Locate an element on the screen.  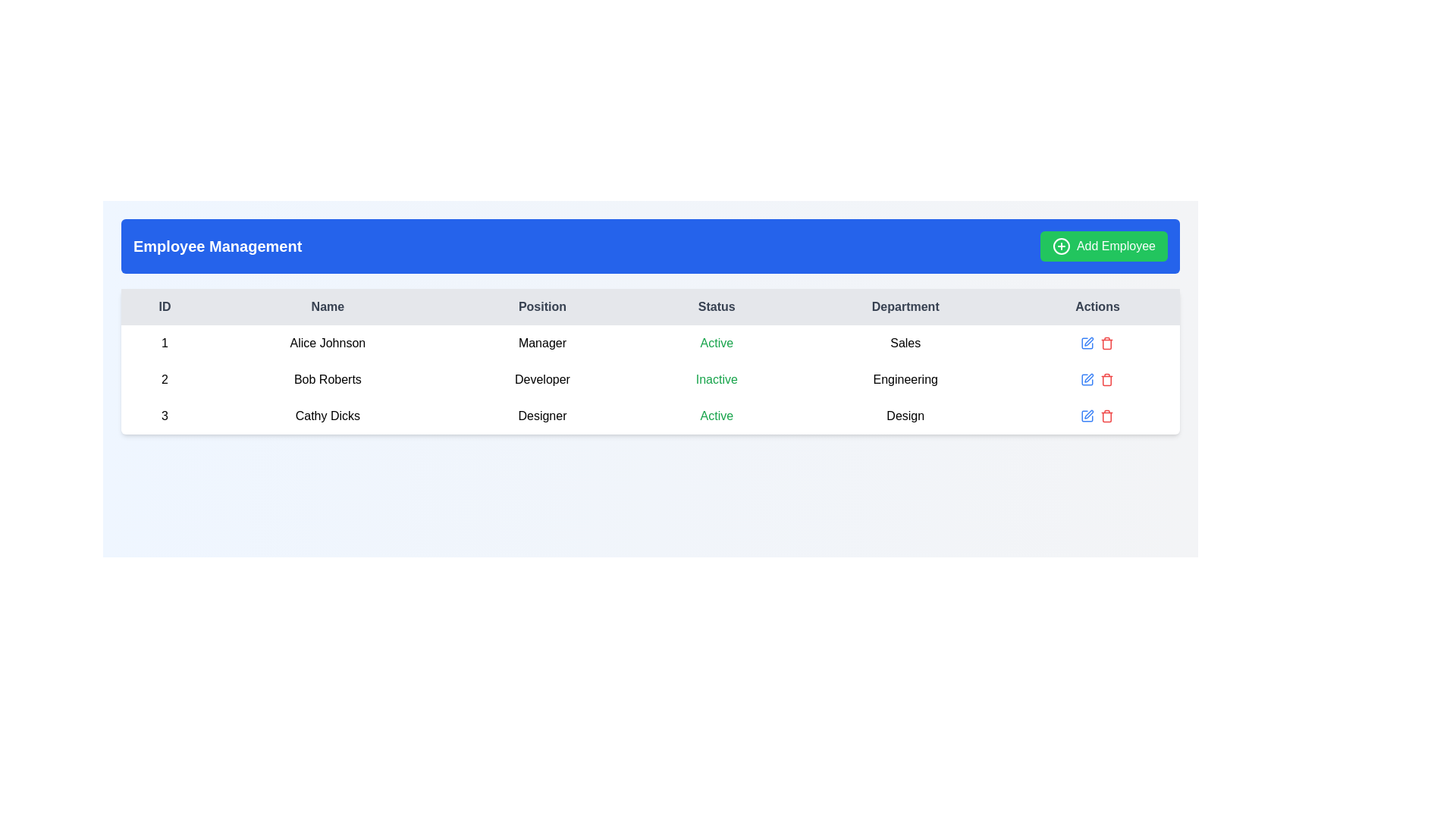
the text label indicating the job title of employee 'Cathy Dicks' in the 'Position' column of the table is located at coordinates (542, 416).